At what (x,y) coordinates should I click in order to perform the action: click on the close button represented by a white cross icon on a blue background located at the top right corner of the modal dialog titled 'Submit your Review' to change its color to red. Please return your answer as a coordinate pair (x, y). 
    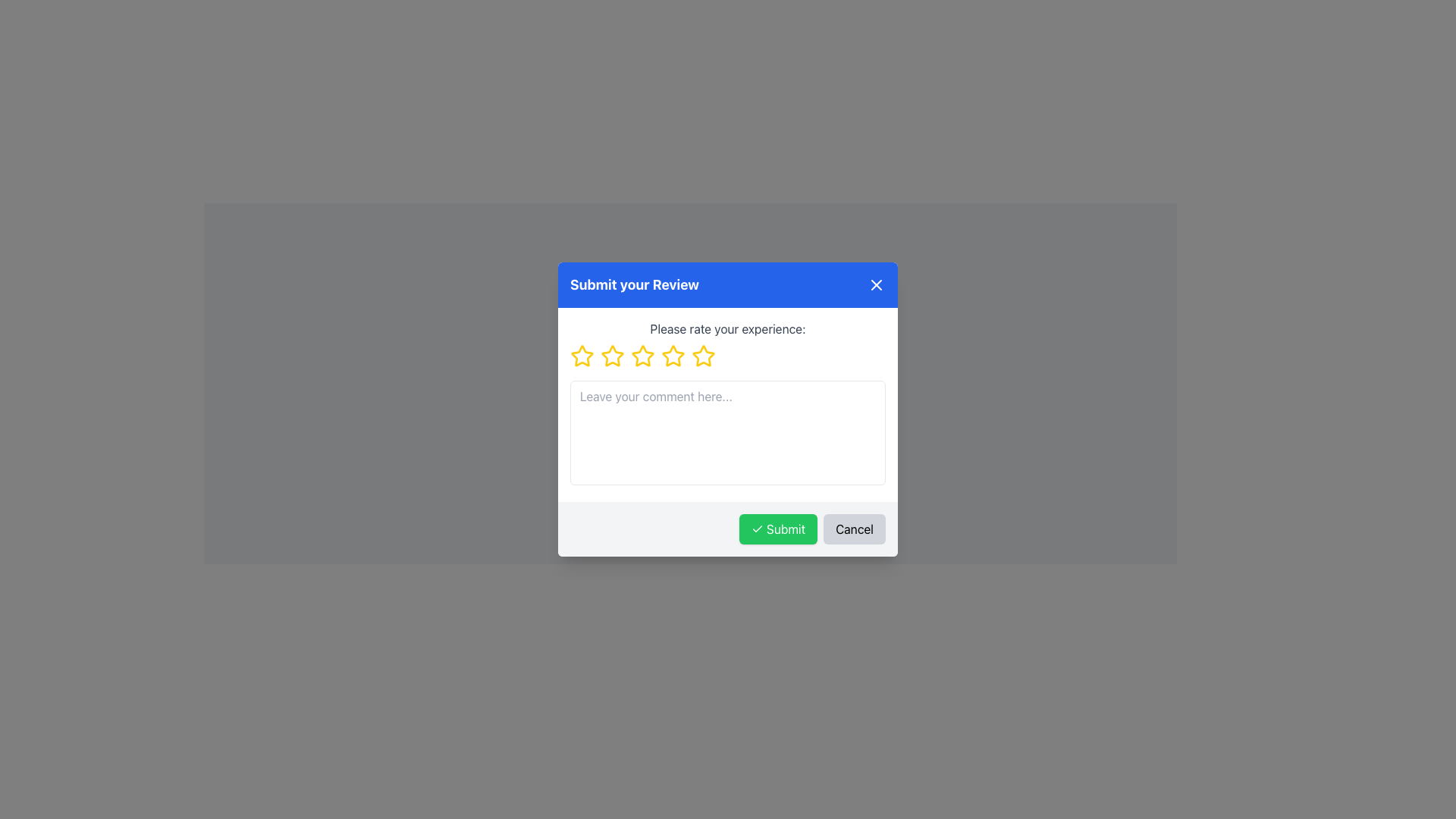
    Looking at the image, I should click on (877, 284).